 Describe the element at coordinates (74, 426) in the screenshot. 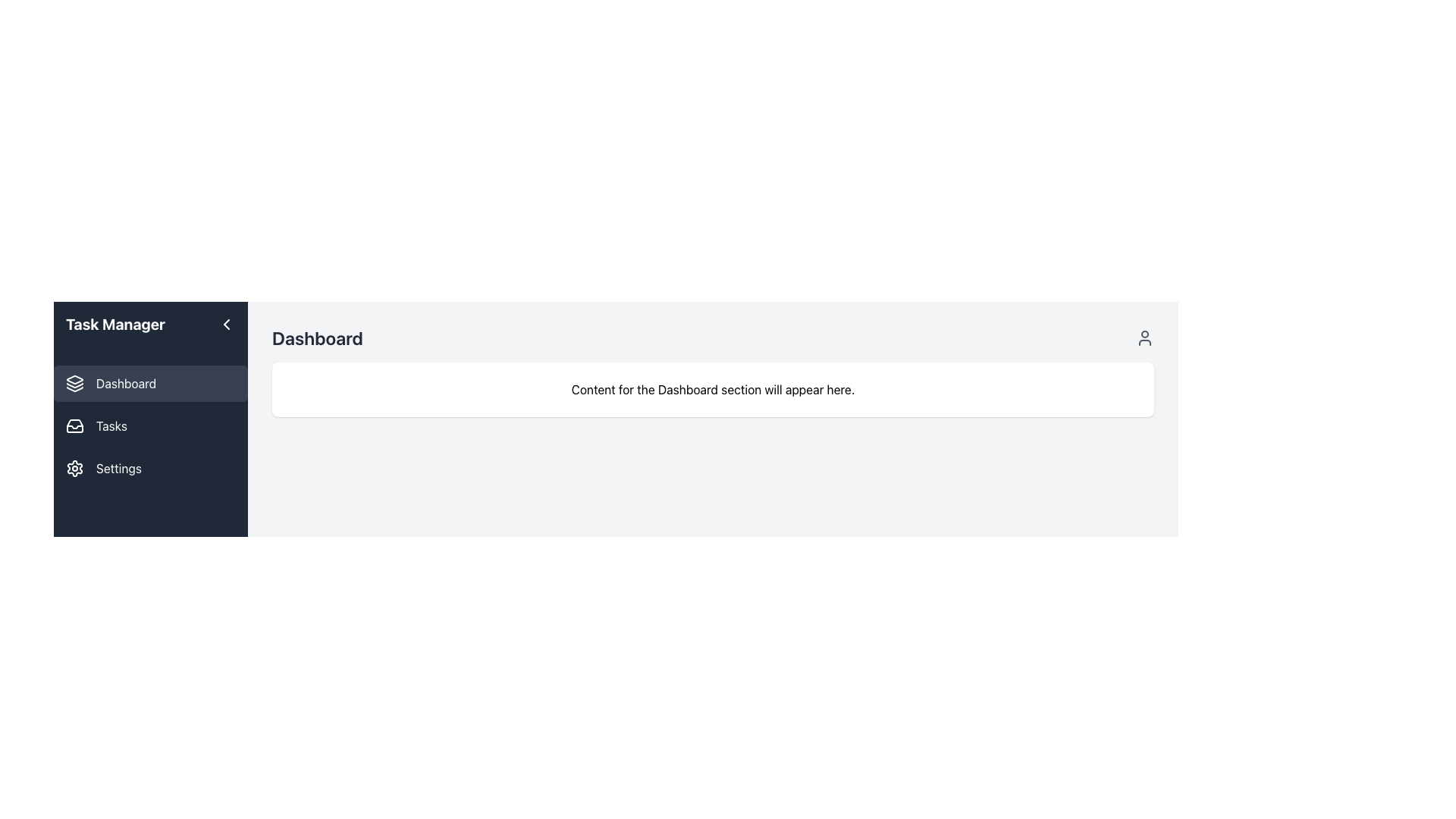

I see `the 'Tasks' menu entry icon, which is the second item in the vertical navigation menu on the left side of the application interface` at that location.